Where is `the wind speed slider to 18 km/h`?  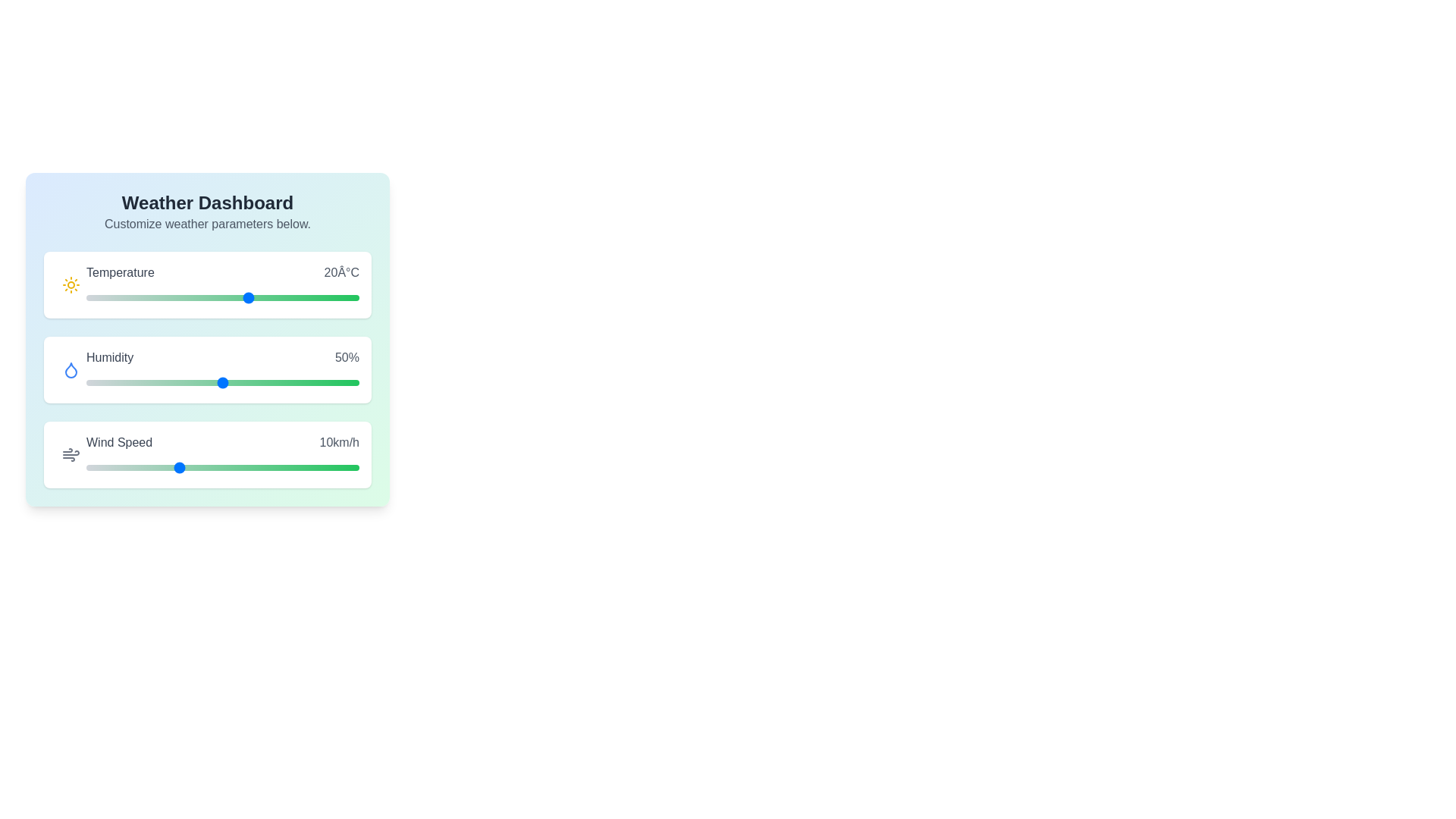
the wind speed slider to 18 km/h is located at coordinates (250, 467).